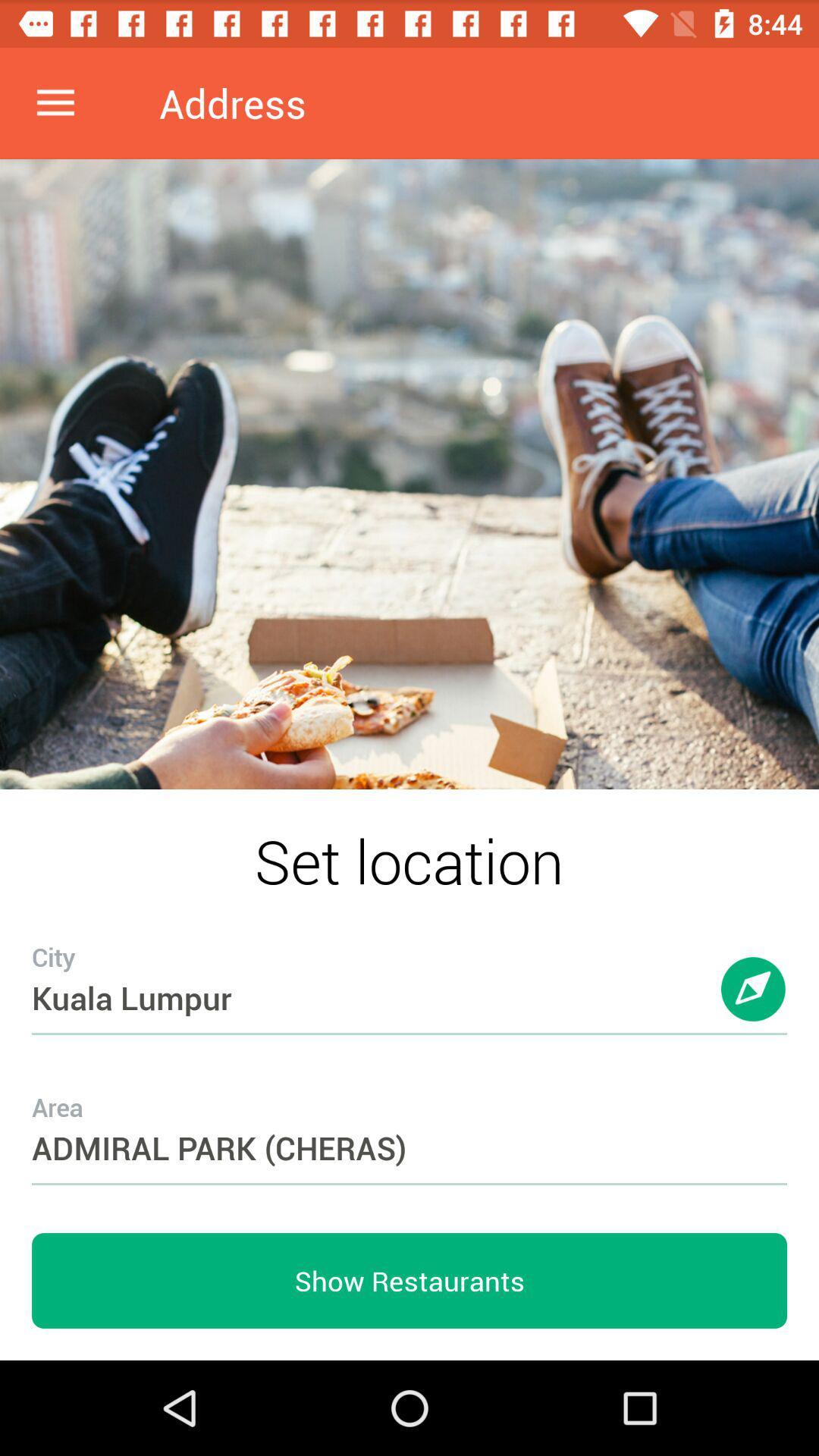 The width and height of the screenshot is (819, 1456). Describe the element at coordinates (754, 1004) in the screenshot. I see `click location` at that location.